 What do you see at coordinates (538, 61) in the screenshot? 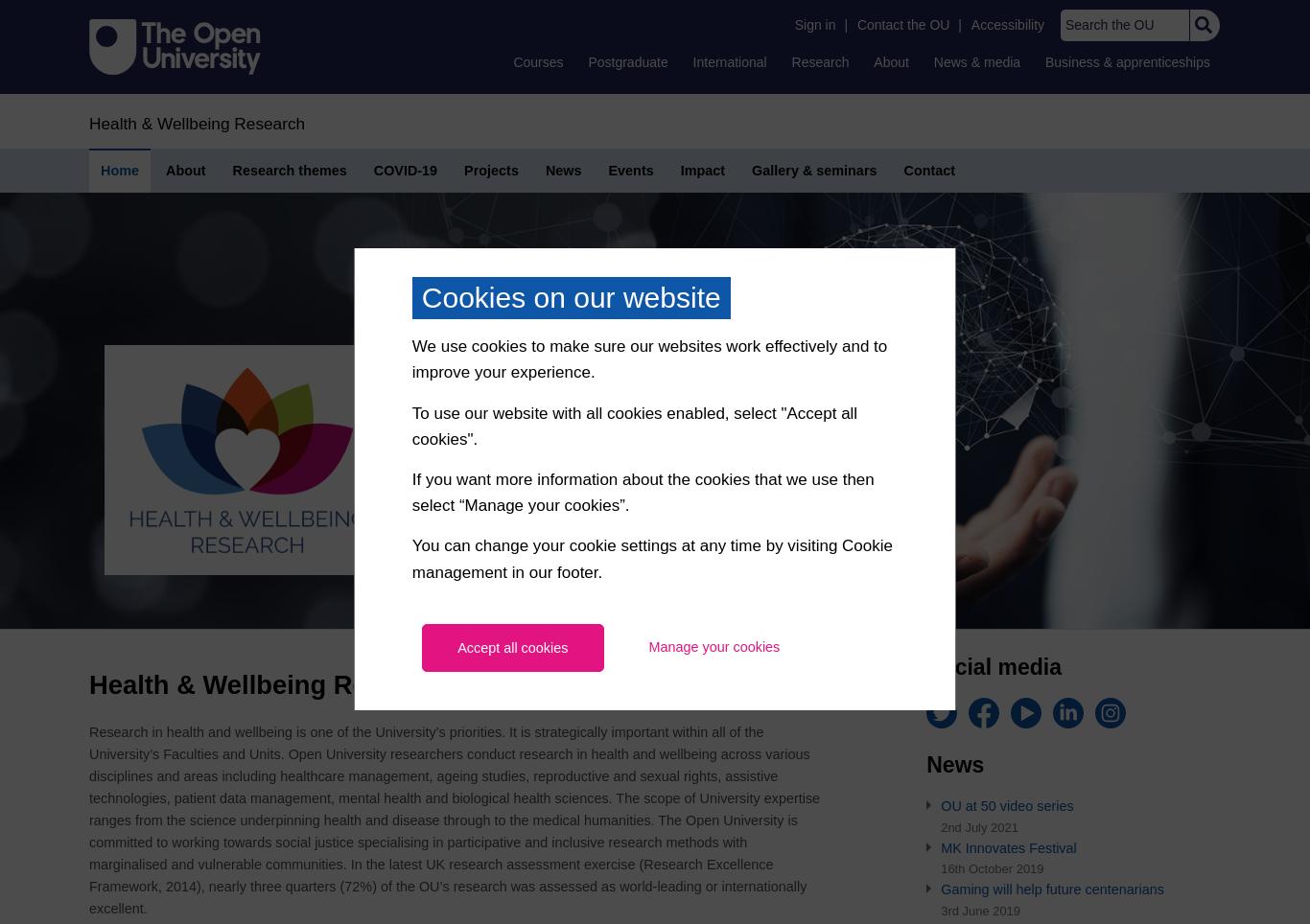
I see `'Courses'` at bounding box center [538, 61].